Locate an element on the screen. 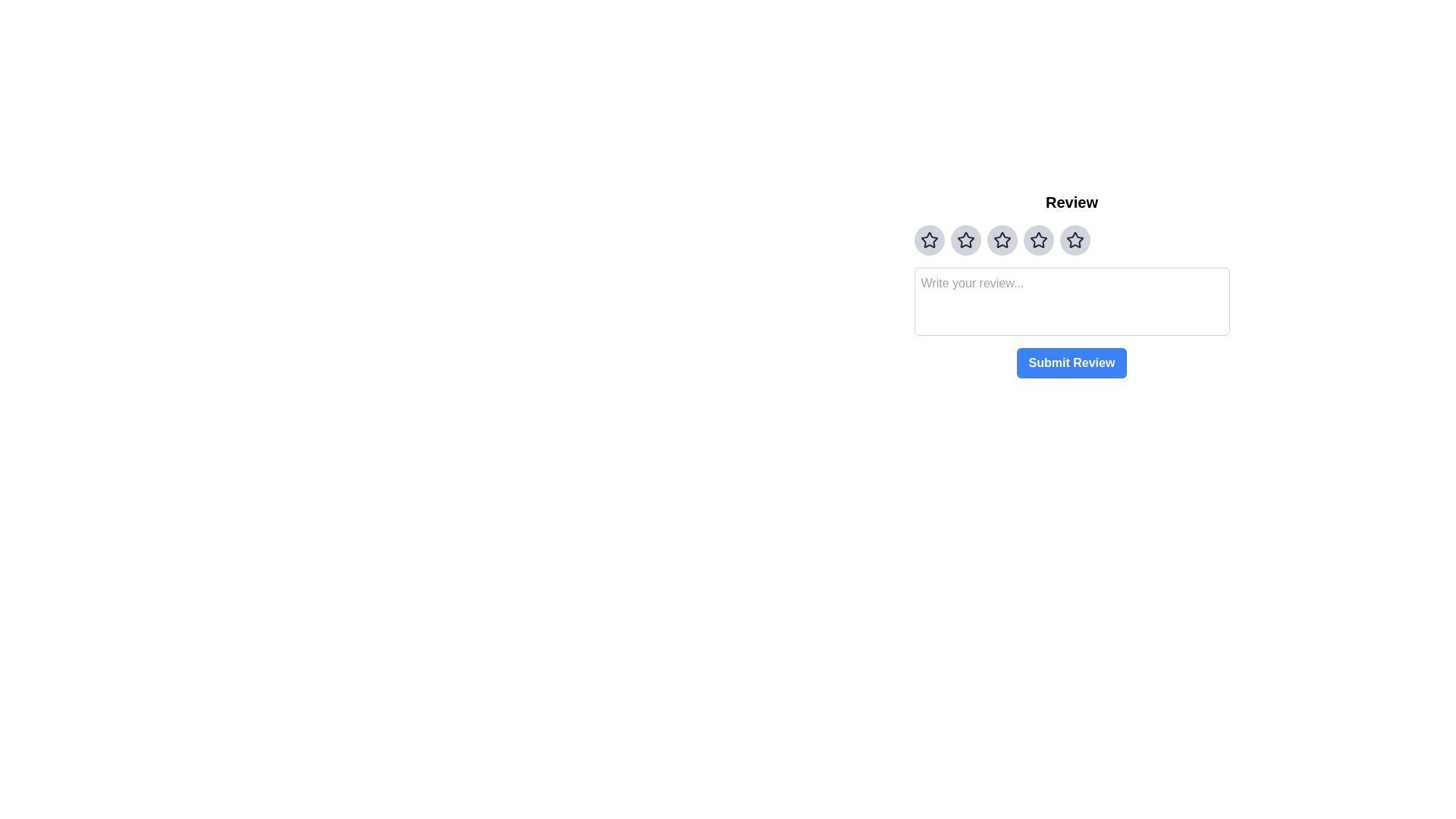 The height and width of the screenshot is (819, 1456). the fifth circular button with a gray background and a star-shaped icon, positioned among a row of five buttons is located at coordinates (1074, 239).